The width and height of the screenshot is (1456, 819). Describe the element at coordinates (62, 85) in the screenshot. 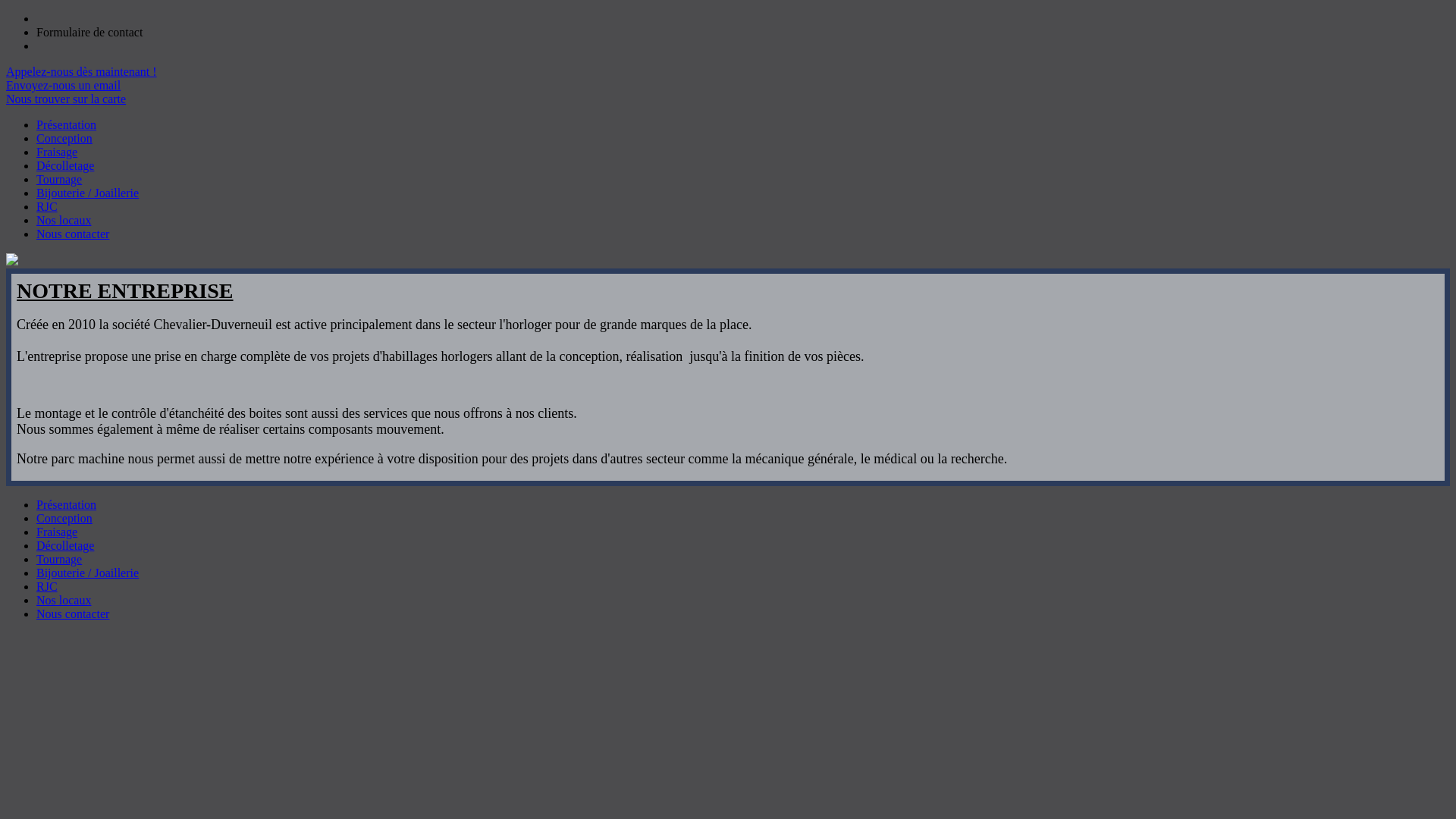

I see `'Envoyez-nous un email'` at that location.